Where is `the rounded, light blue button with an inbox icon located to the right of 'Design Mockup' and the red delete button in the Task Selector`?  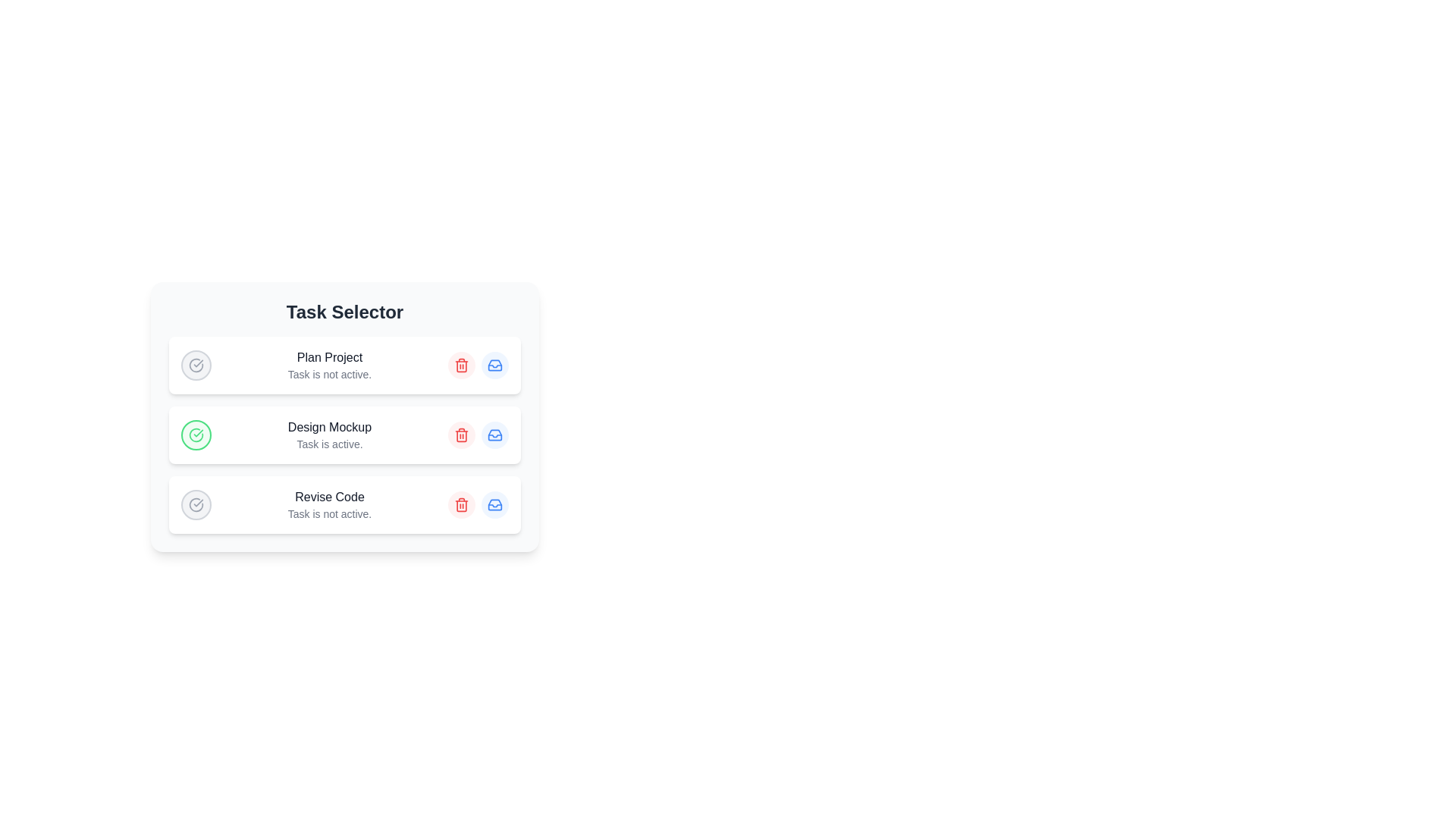
the rounded, light blue button with an inbox icon located to the right of 'Design Mockup' and the red delete button in the Task Selector is located at coordinates (494, 435).